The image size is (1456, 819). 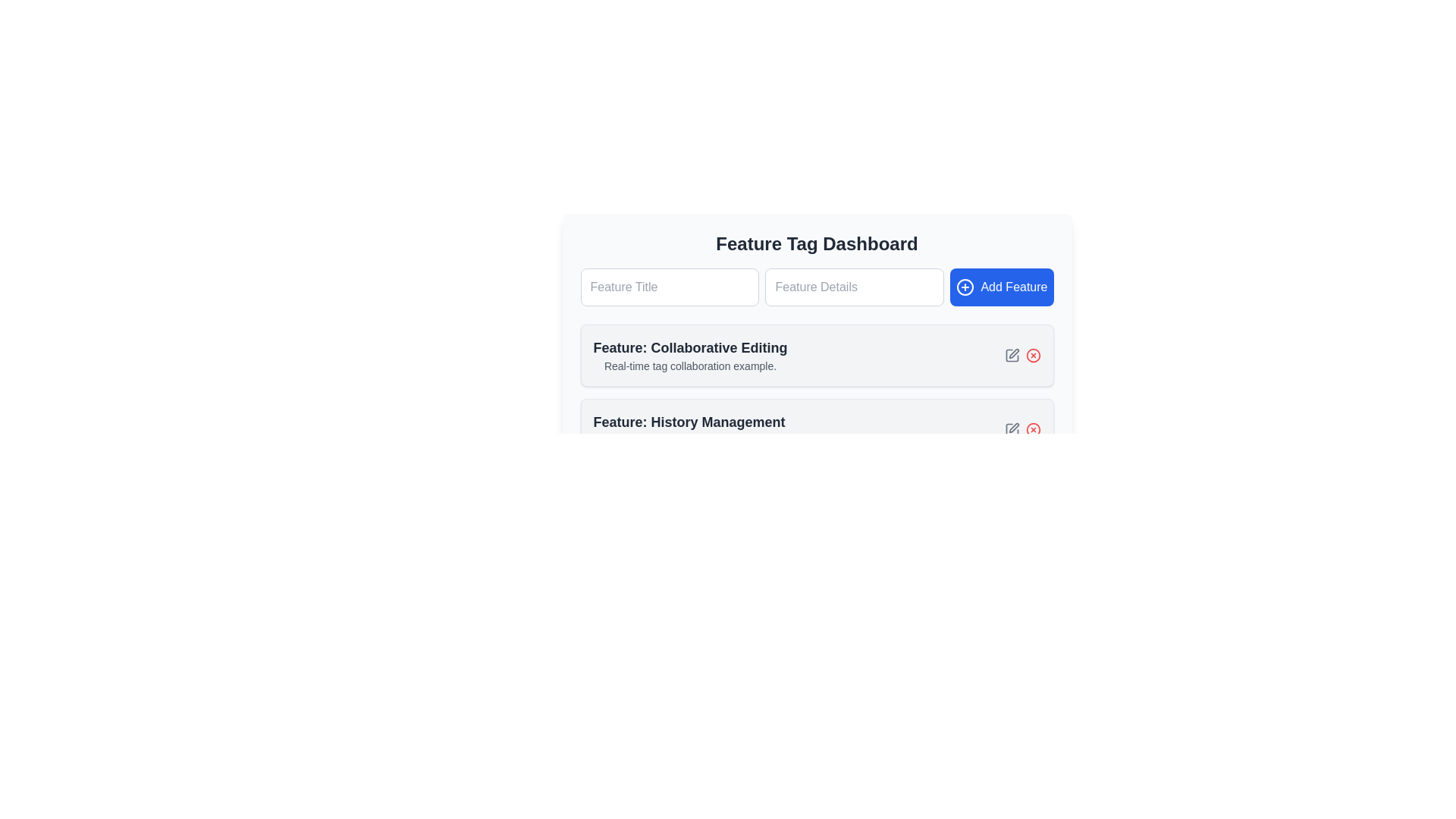 I want to click on the Text label that serves as a header for the card, summarizing the main feature described within this section, so click(x=689, y=348).